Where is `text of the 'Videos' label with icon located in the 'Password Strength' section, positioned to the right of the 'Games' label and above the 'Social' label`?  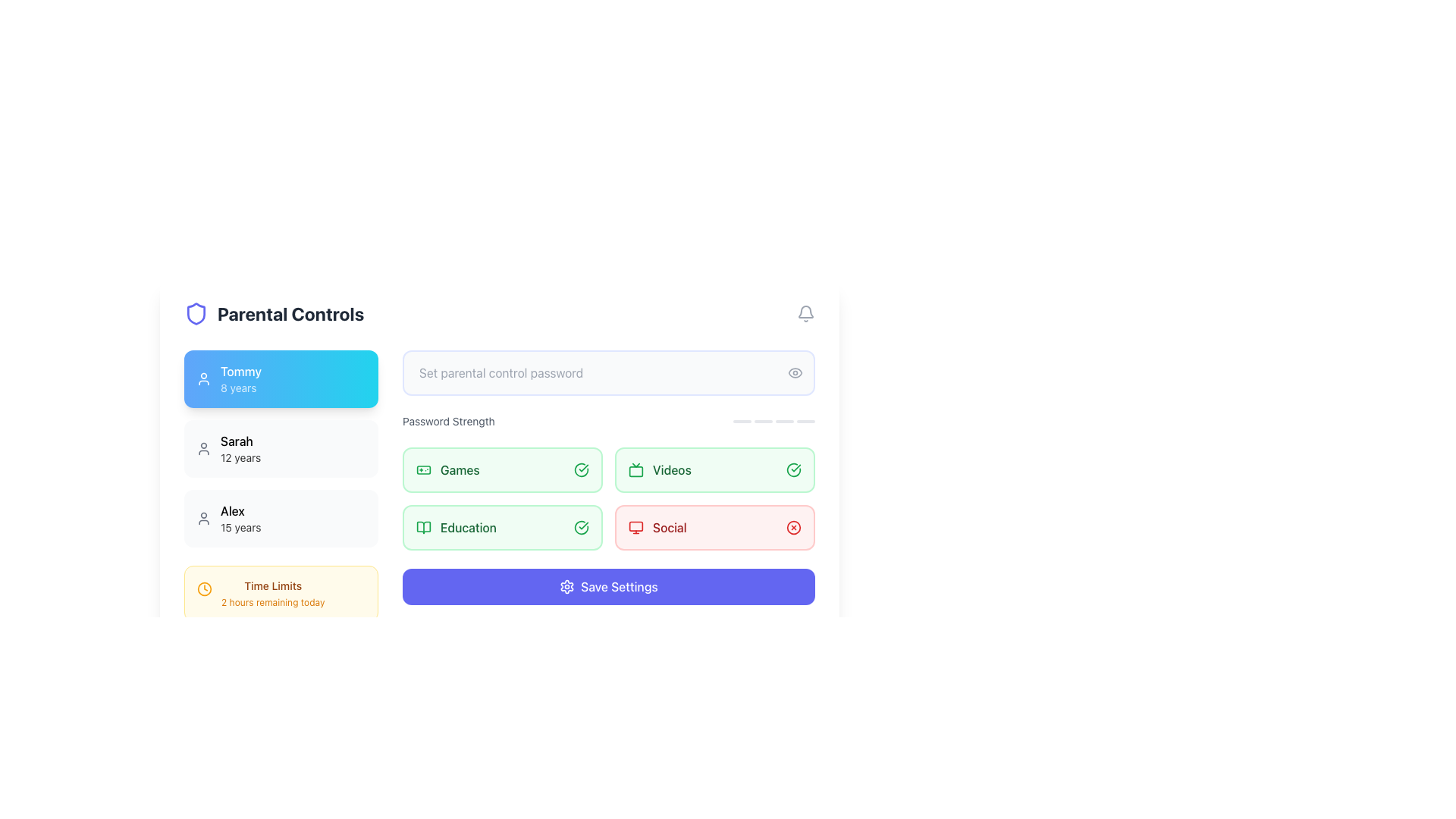 text of the 'Videos' label with icon located in the 'Password Strength' section, positioned to the right of the 'Games' label and above the 'Social' label is located at coordinates (660, 469).